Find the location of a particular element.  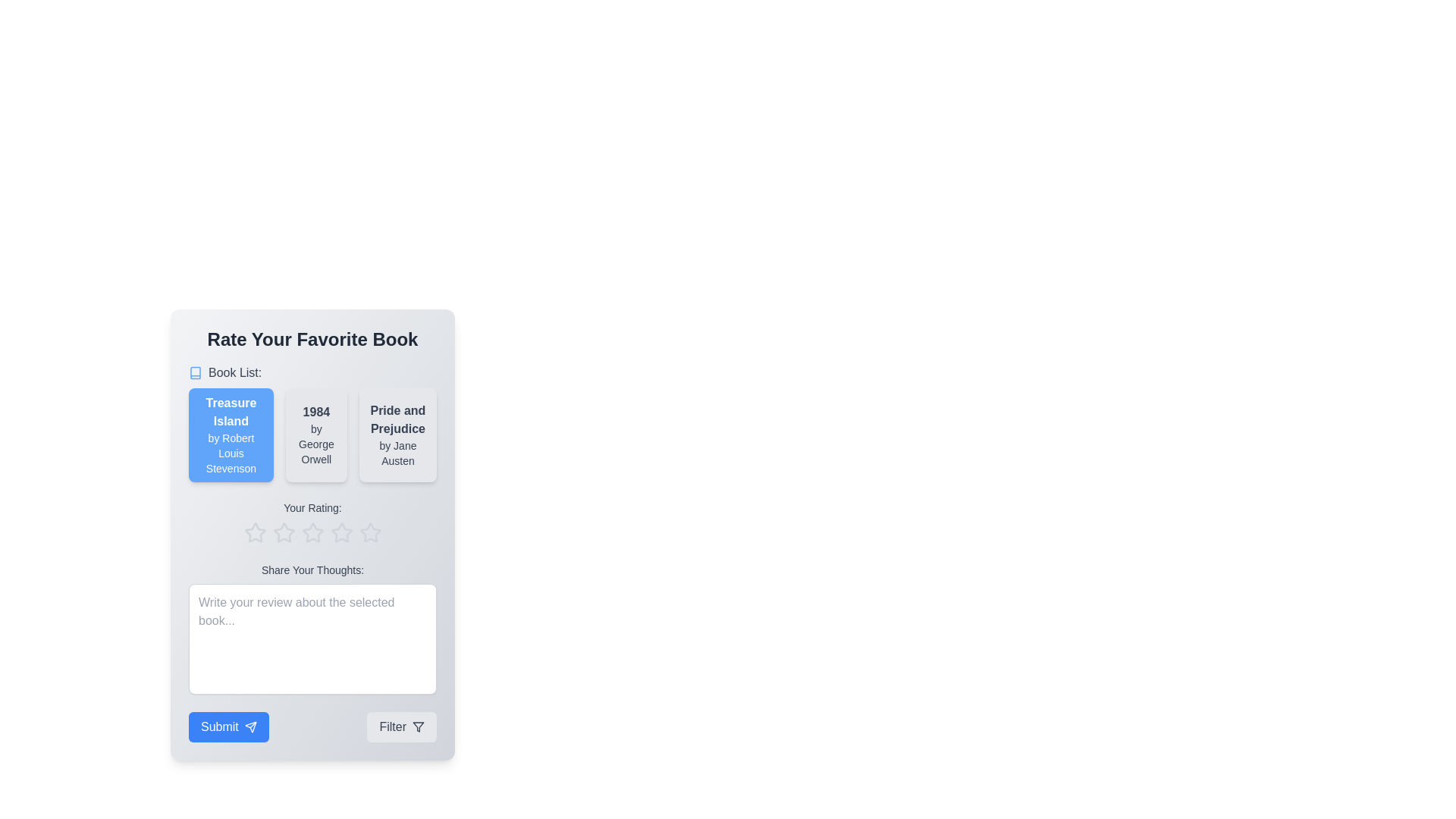

title text 'Treasure Island' which is located at the top of the first book item in the list, above the author text 'by Robert Louis Stevenson' is located at coordinates (230, 412).